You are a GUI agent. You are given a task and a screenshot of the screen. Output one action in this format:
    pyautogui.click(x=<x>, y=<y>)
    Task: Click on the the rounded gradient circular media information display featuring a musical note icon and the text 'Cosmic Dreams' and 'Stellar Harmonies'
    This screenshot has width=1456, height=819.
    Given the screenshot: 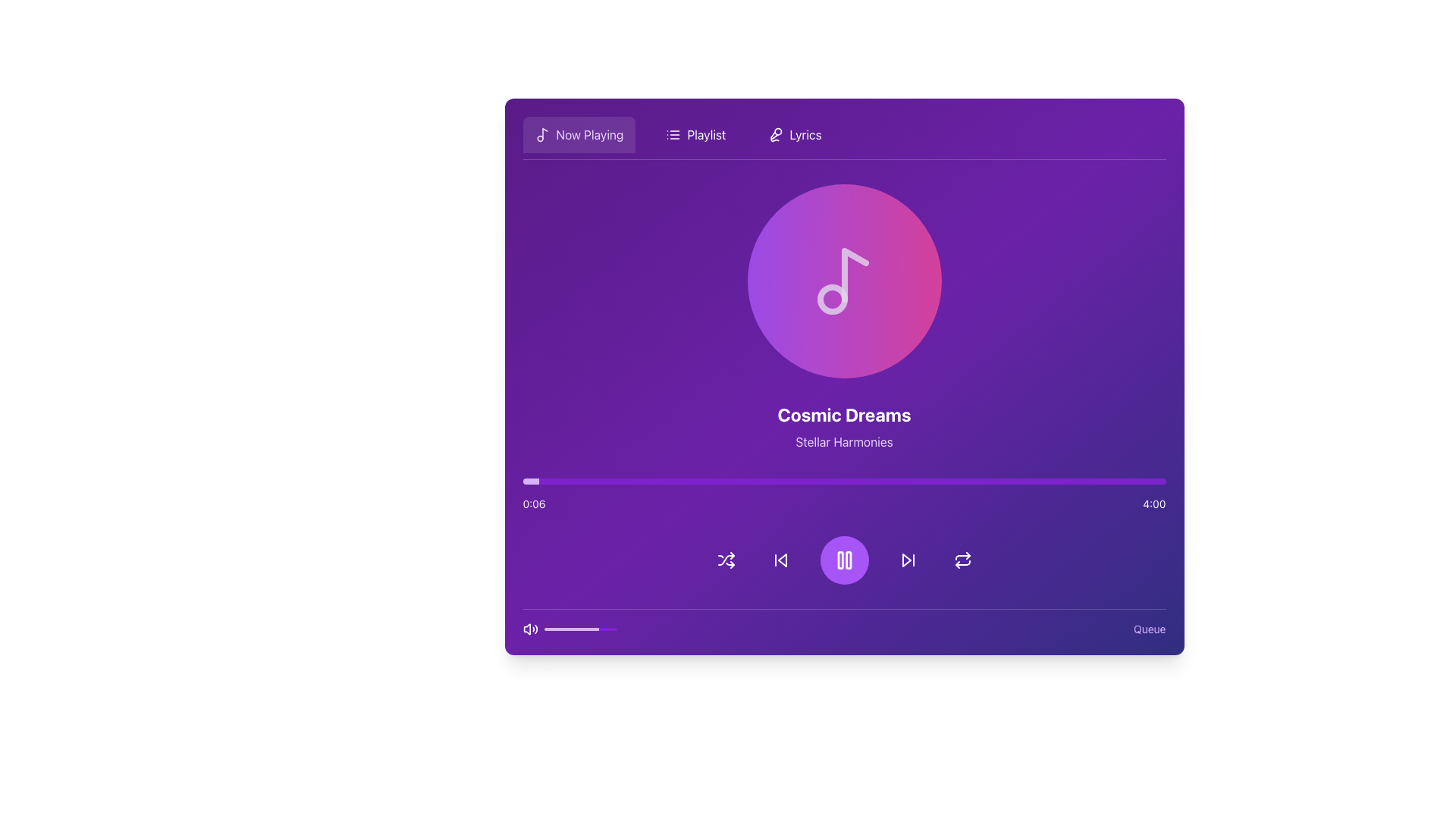 What is the action you would take?
    pyautogui.click(x=843, y=383)
    